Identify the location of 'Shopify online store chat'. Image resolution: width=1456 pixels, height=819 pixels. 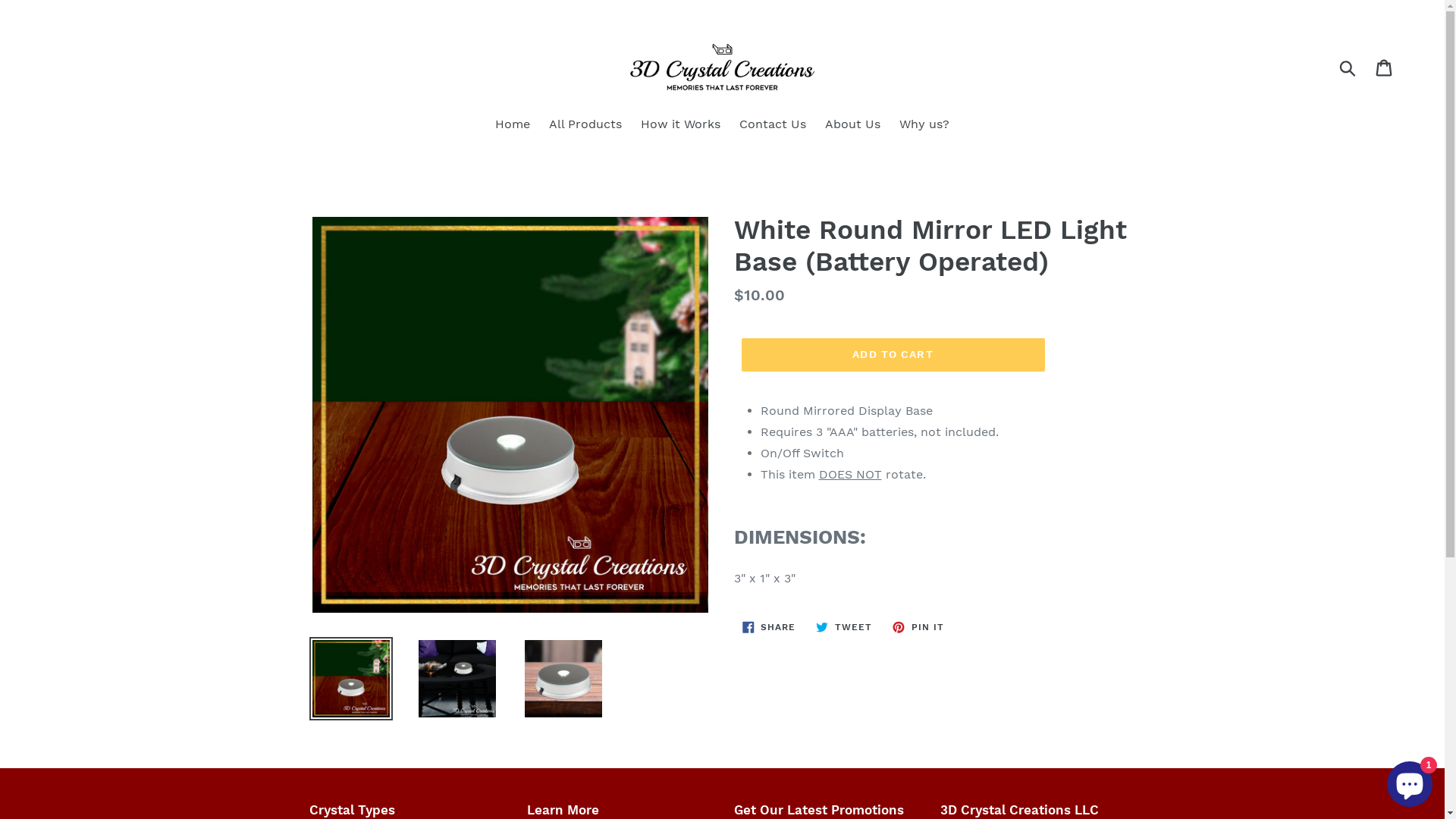
(1408, 780).